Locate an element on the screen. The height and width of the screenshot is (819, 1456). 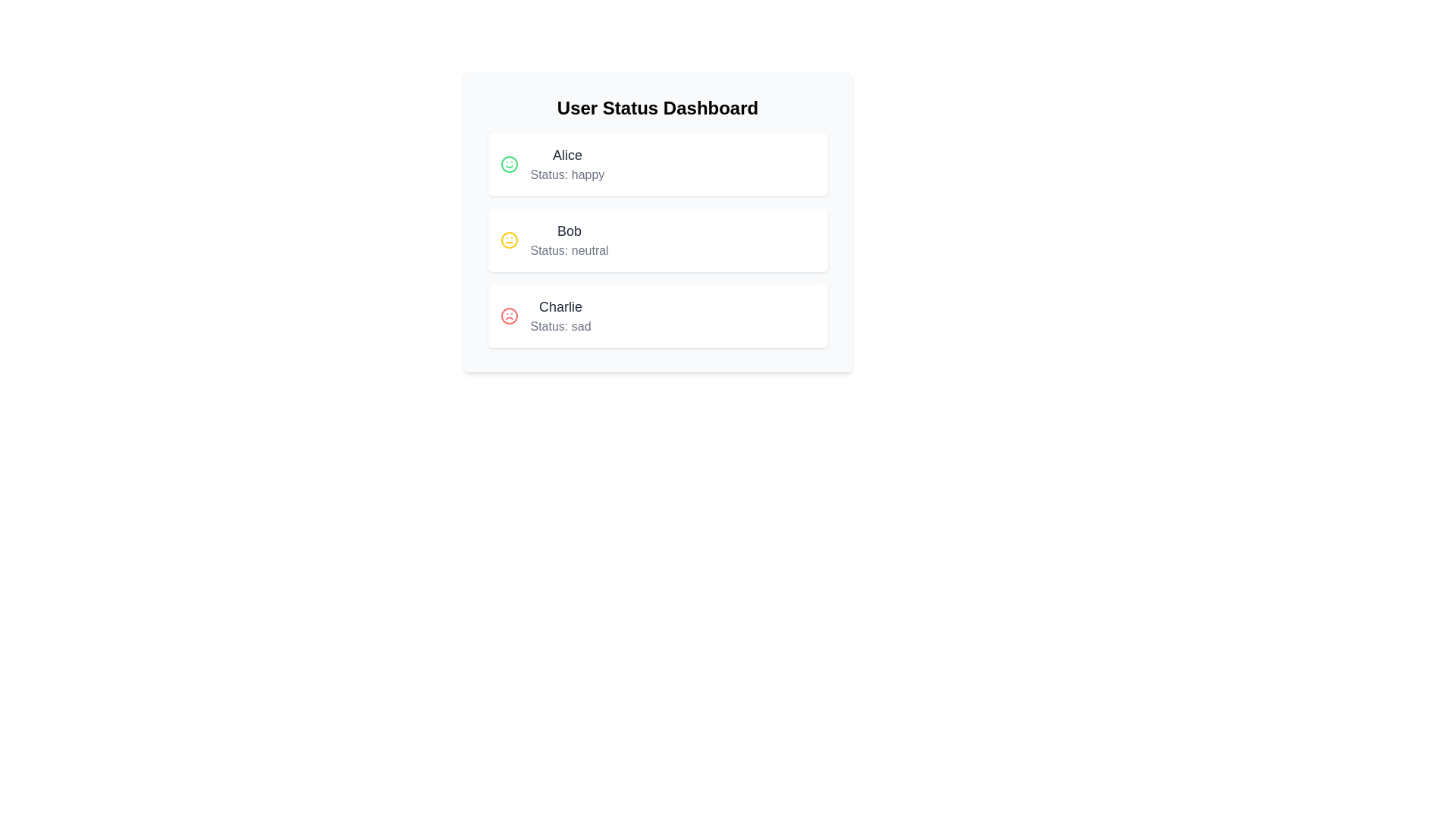
text label that displays 'Status: sad', which is located below the name label 'Charlie' in the third user status card is located at coordinates (560, 326).